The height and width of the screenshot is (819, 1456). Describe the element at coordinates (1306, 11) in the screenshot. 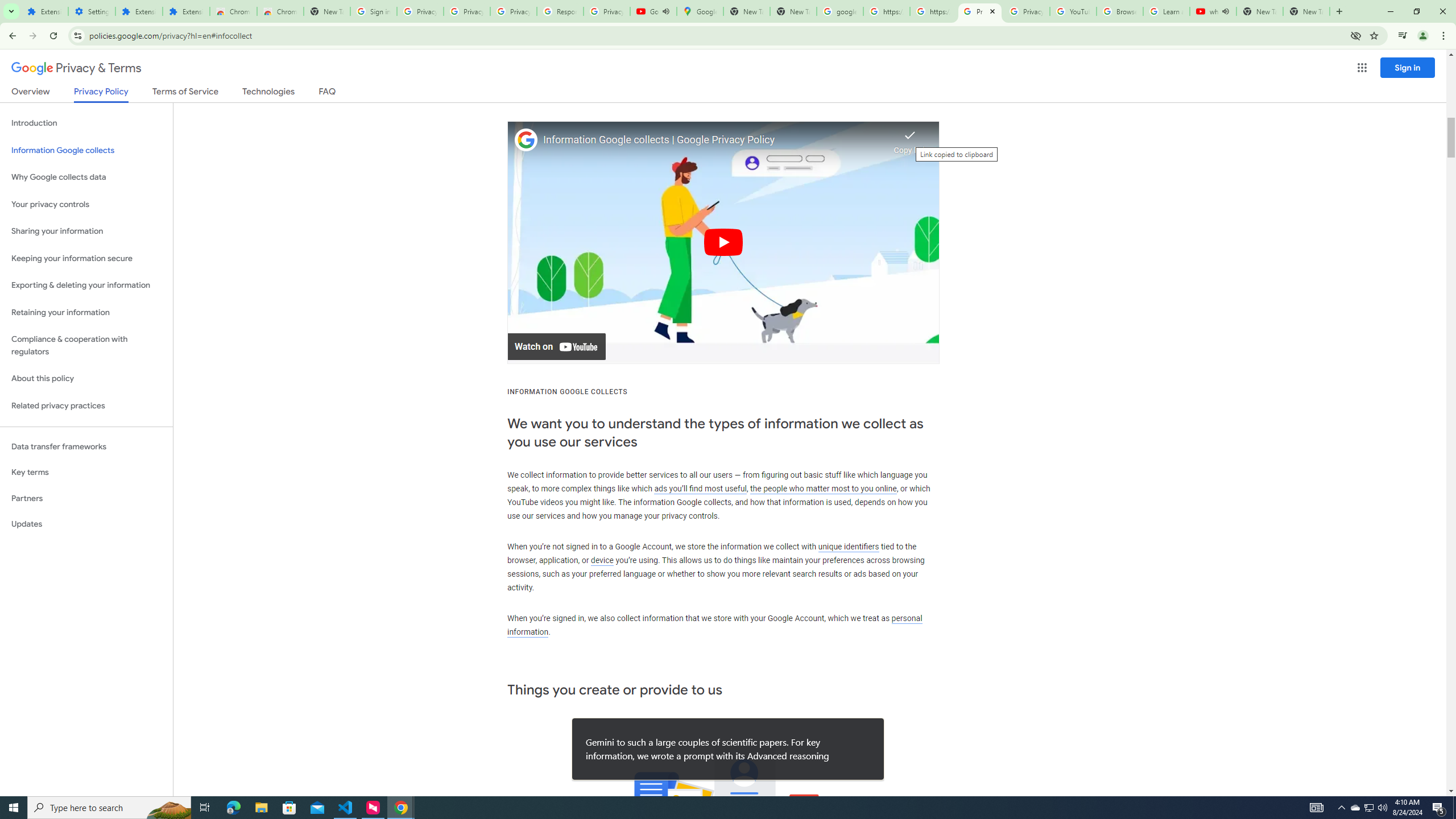

I see `'New Tab'` at that location.